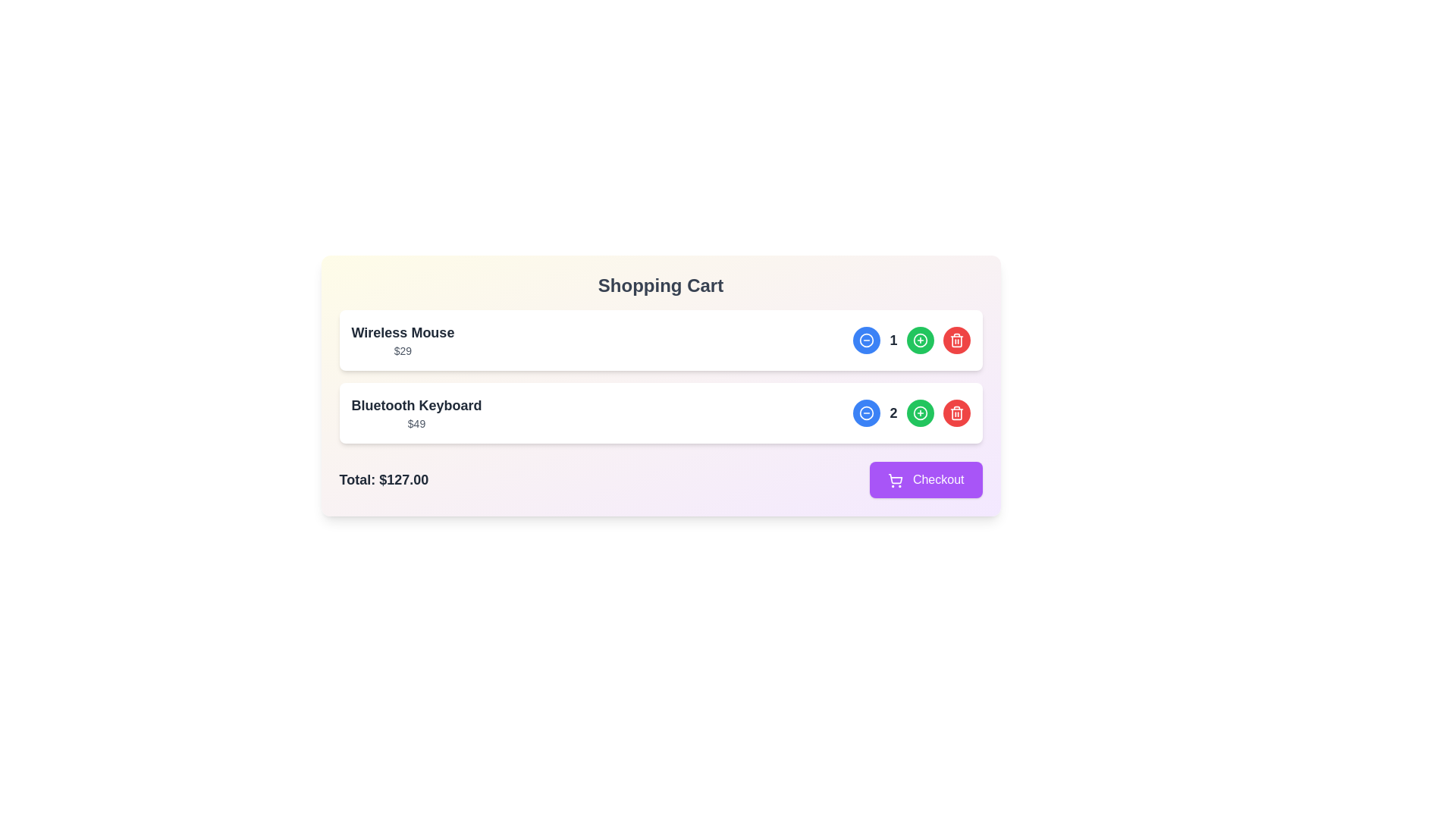 Image resolution: width=1456 pixels, height=819 pixels. I want to click on the static text label that represents the quantity of the first listed item in the shopping cart, located between the blue and green circular buttons, so click(893, 339).